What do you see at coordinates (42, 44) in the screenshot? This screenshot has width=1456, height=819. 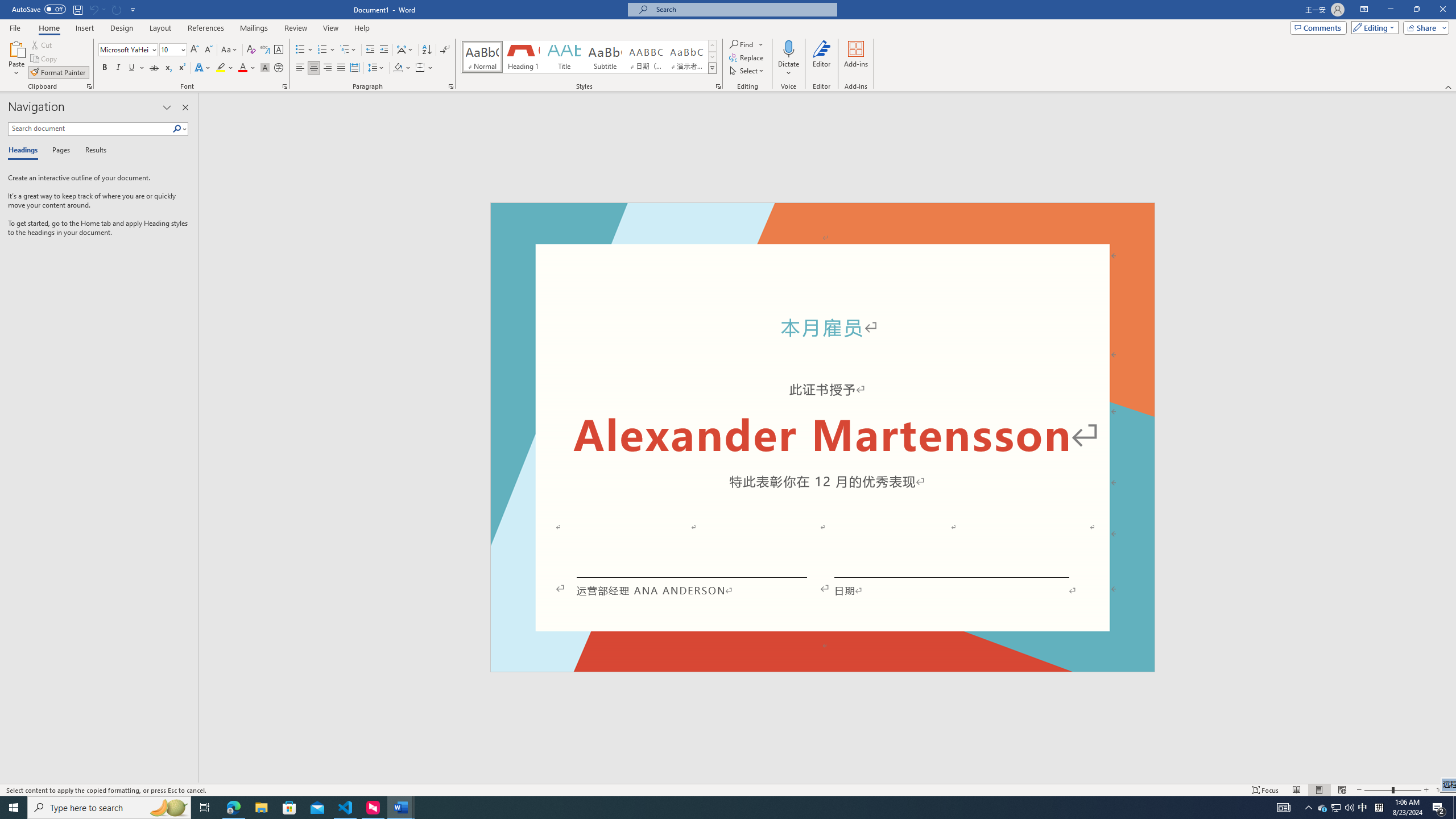 I see `'Cut'` at bounding box center [42, 44].